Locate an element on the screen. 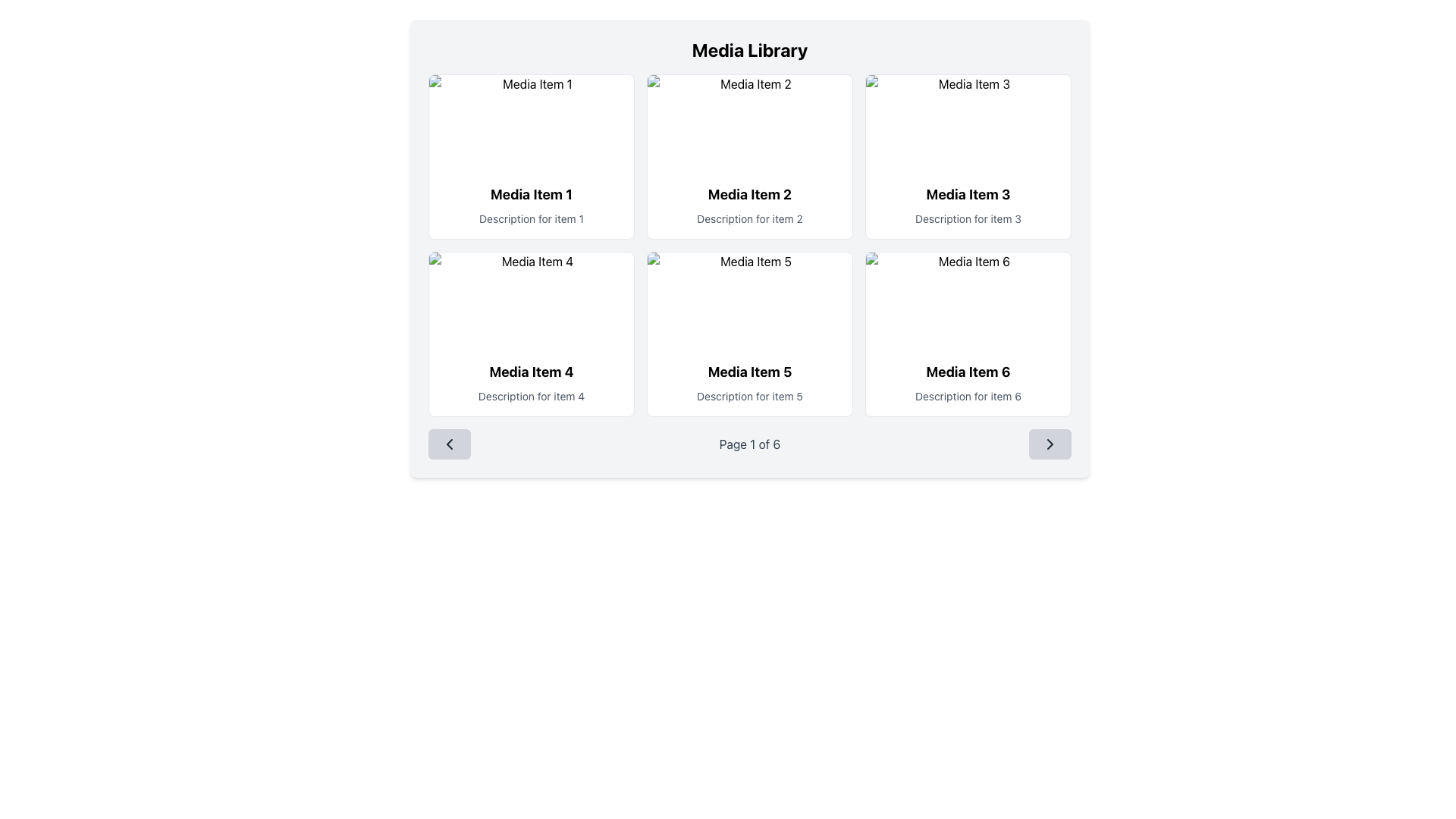 The width and height of the screenshot is (1456, 819). the Text Display (Title and Subtitle Pair) located in the bottom-right corner of the grid, which is the sixth item in a 3x2 arrangement is located at coordinates (967, 382).